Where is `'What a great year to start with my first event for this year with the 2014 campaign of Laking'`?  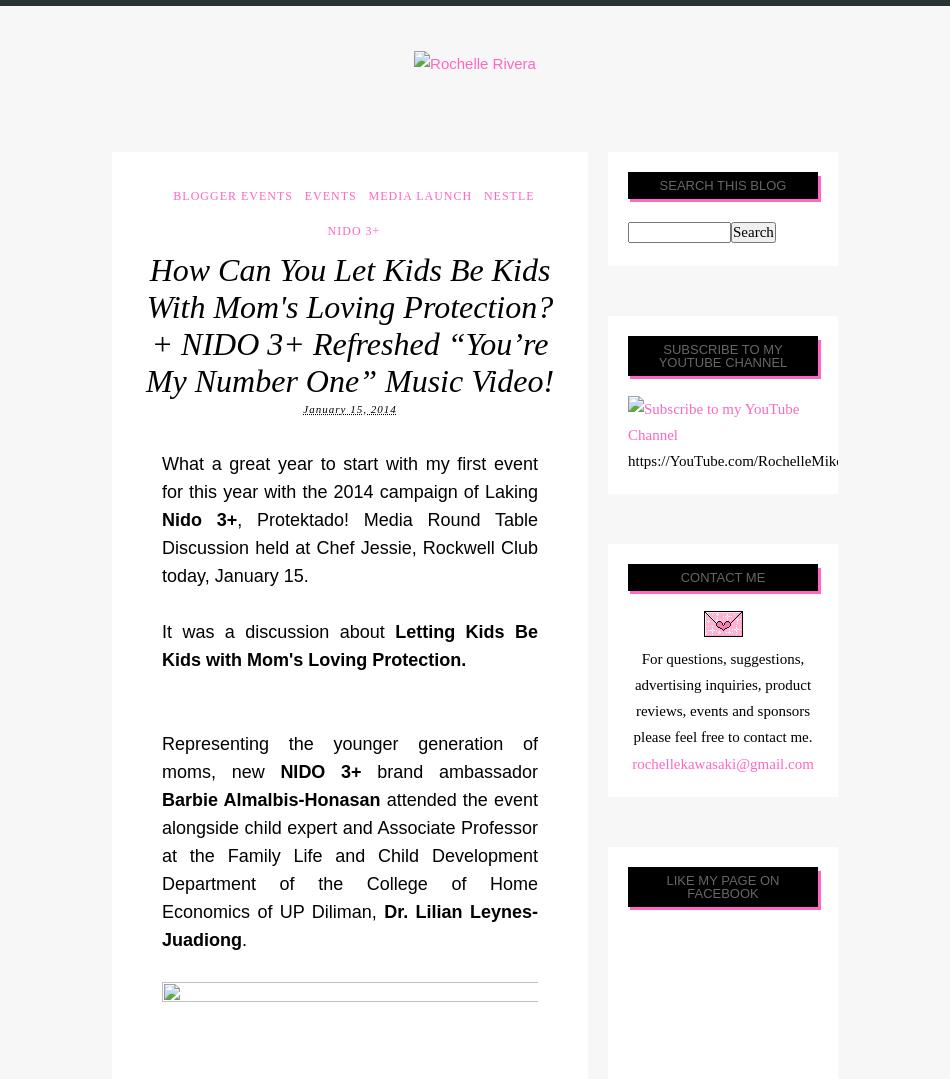
'What a great year to start with my first event for this year with the 2014 campaign of Laking' is located at coordinates (348, 476).